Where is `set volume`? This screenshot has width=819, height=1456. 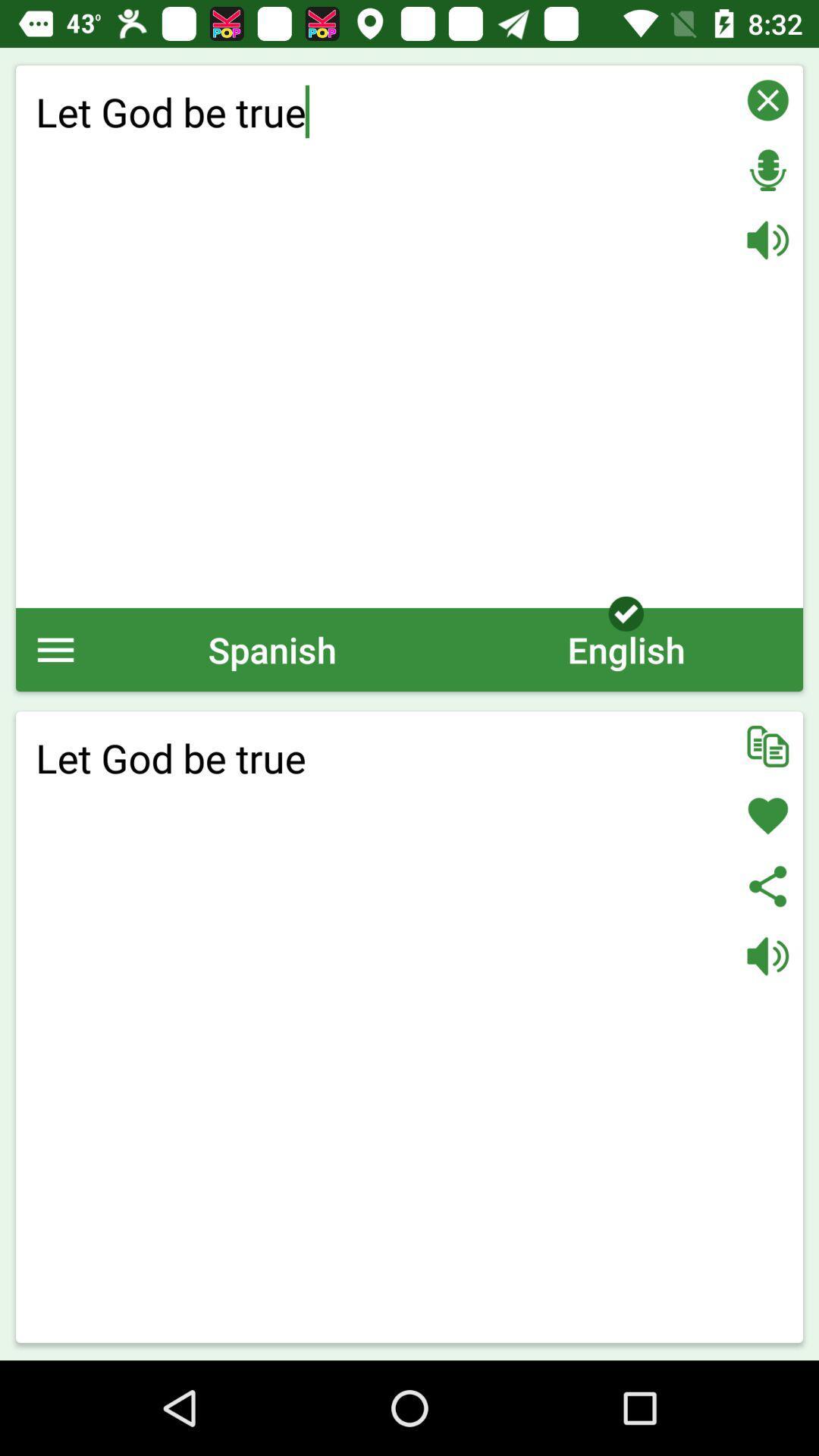
set volume is located at coordinates (767, 239).